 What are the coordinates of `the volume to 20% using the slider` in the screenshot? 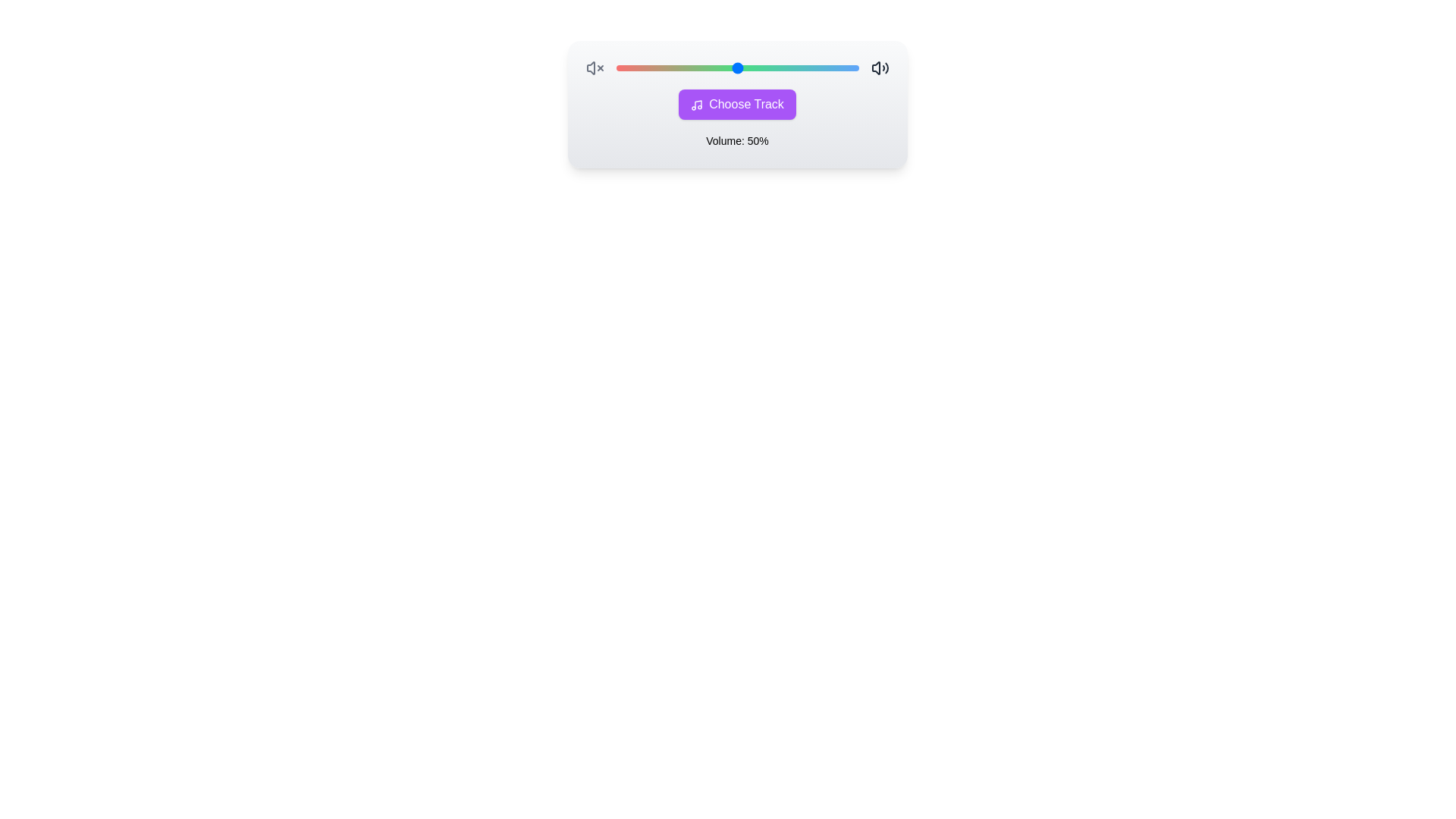 It's located at (664, 67).